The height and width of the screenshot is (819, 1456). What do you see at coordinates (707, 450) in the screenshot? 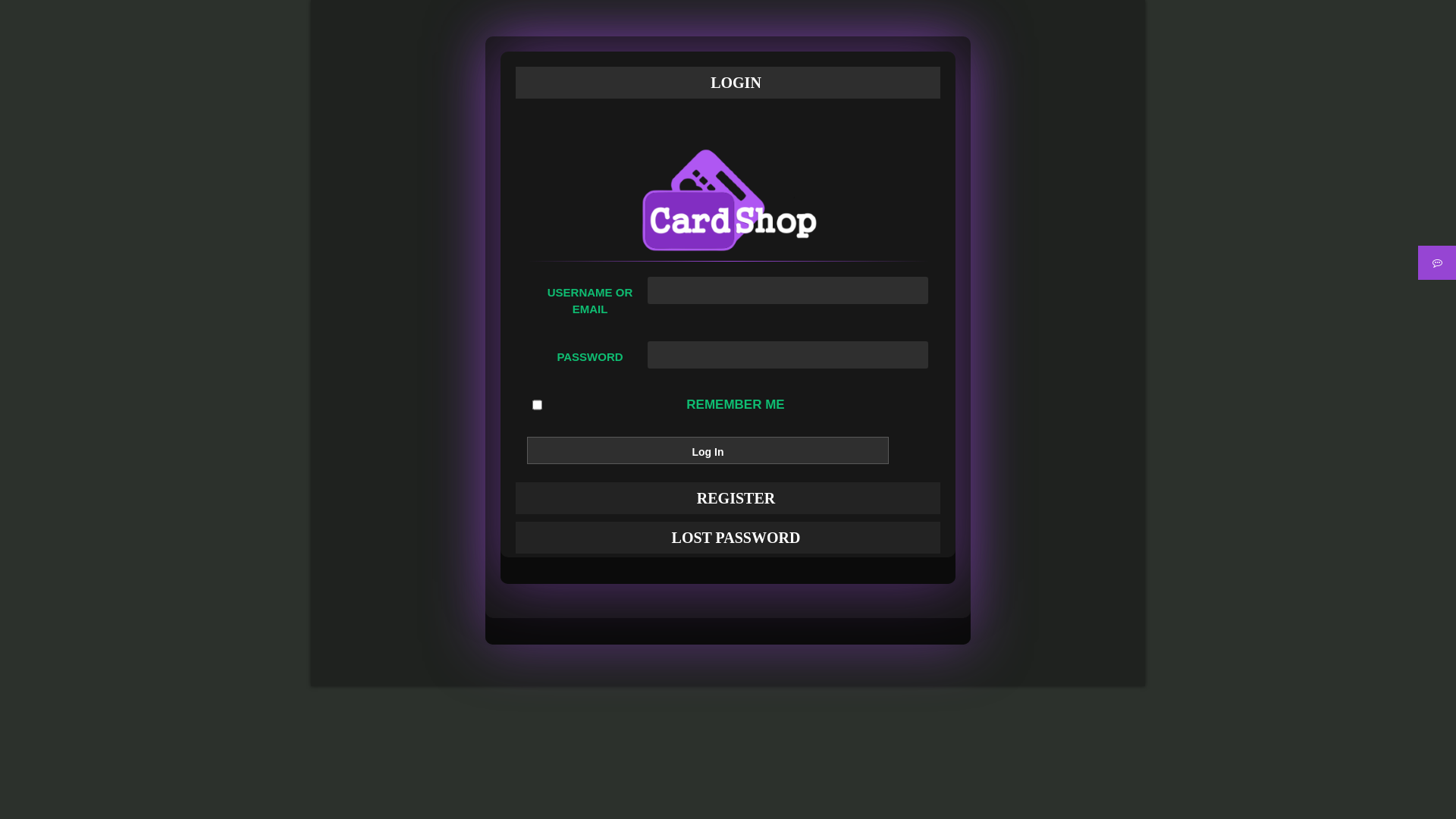
I see `'Log In'` at bounding box center [707, 450].